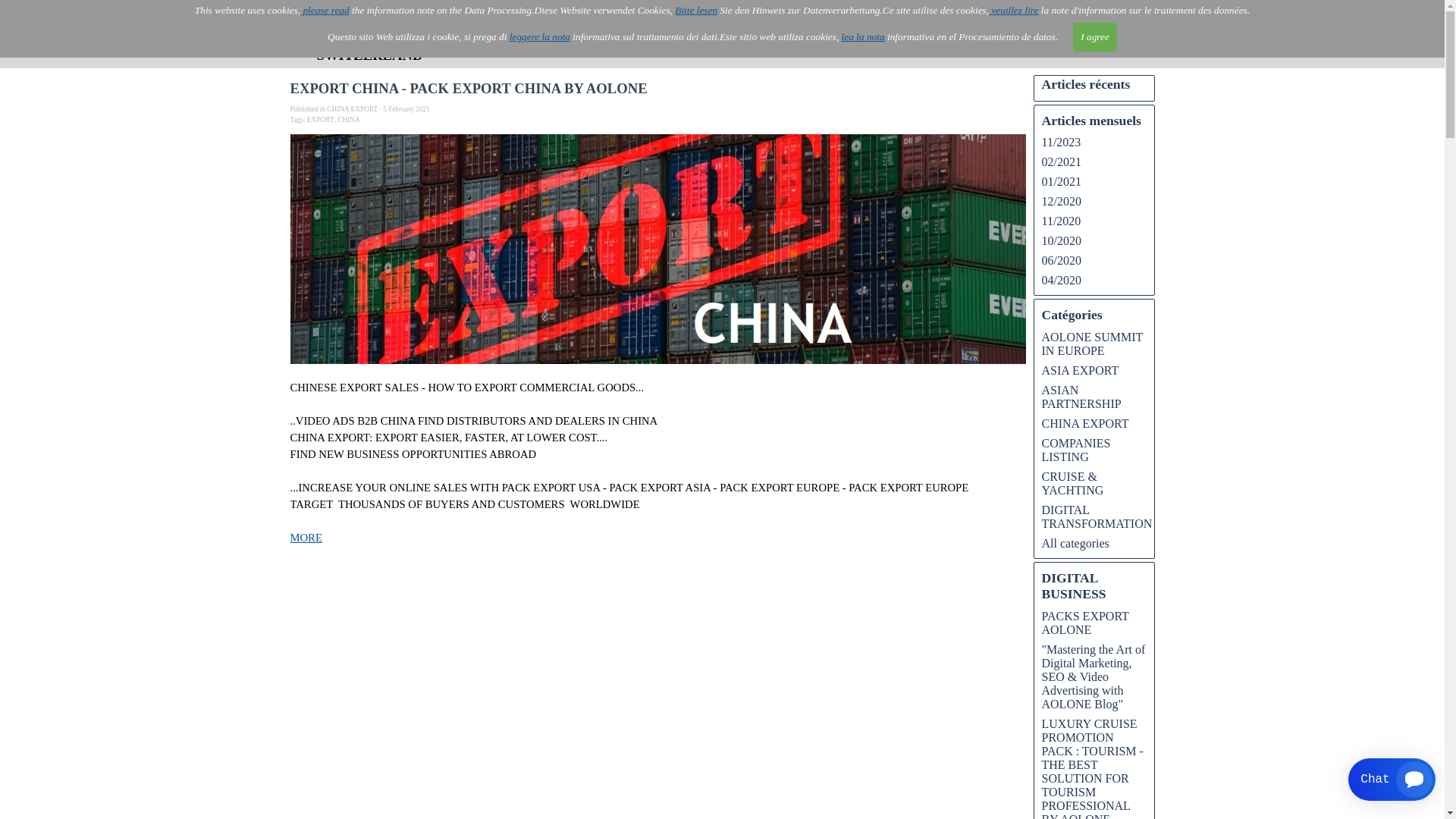  What do you see at coordinates (1392, 780) in the screenshot?
I see `'Smartsupp widget button'` at bounding box center [1392, 780].